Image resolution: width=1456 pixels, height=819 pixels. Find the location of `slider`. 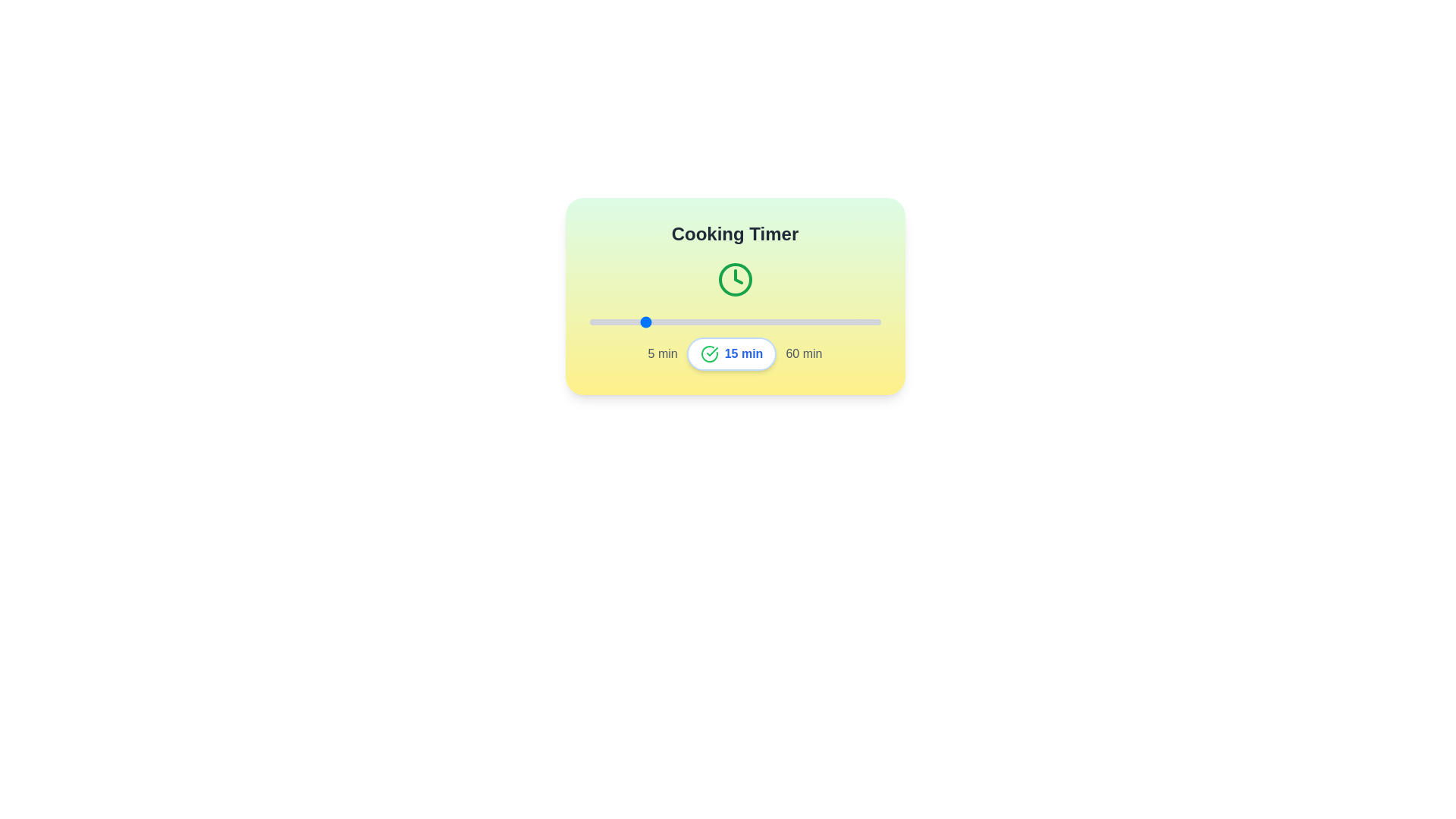

slider is located at coordinates (827, 321).